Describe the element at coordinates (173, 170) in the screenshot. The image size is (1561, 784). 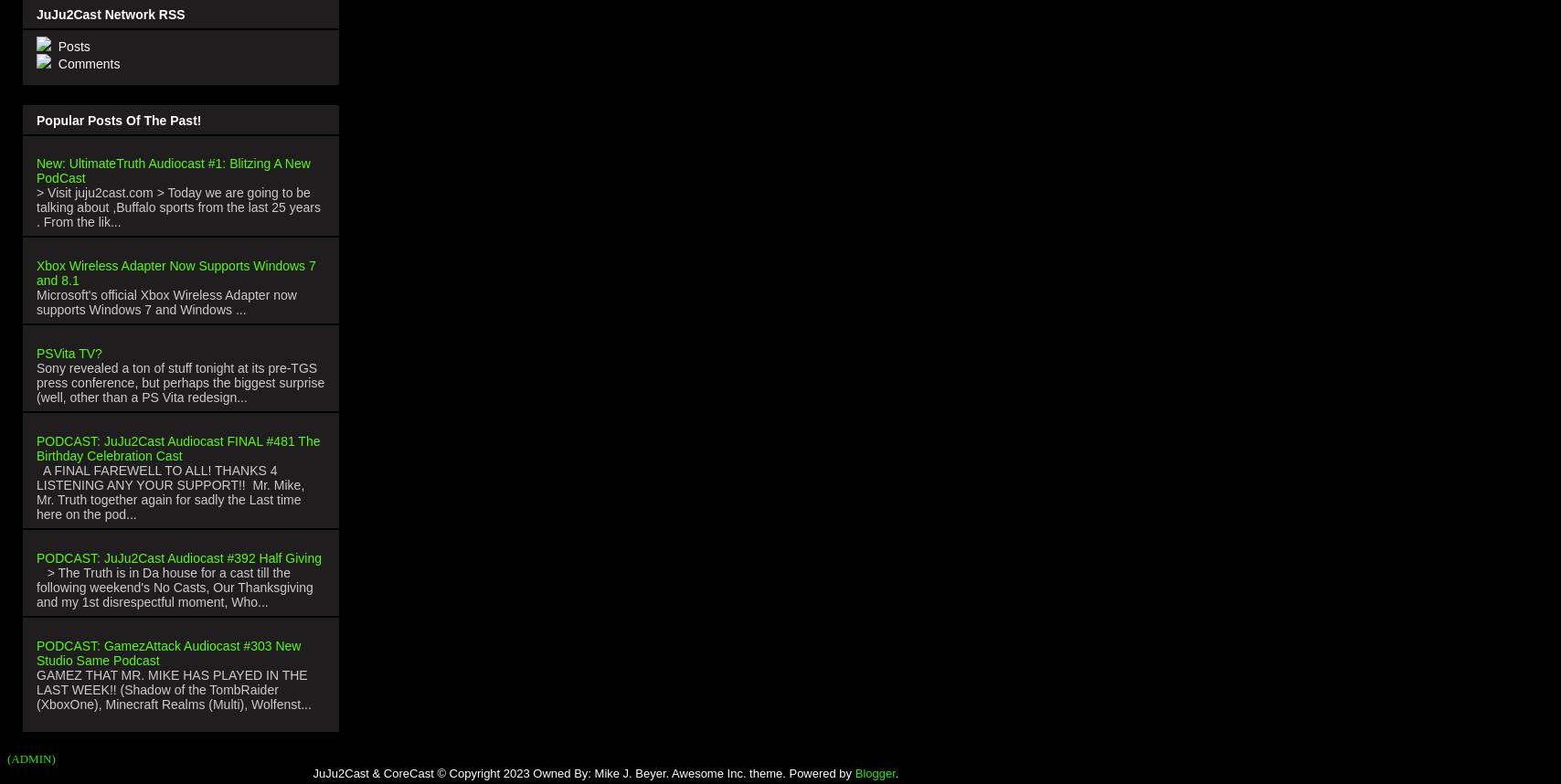
I see `'New: UltimateTruth Audiocast #1: Blitzing A New PodCast'` at that location.